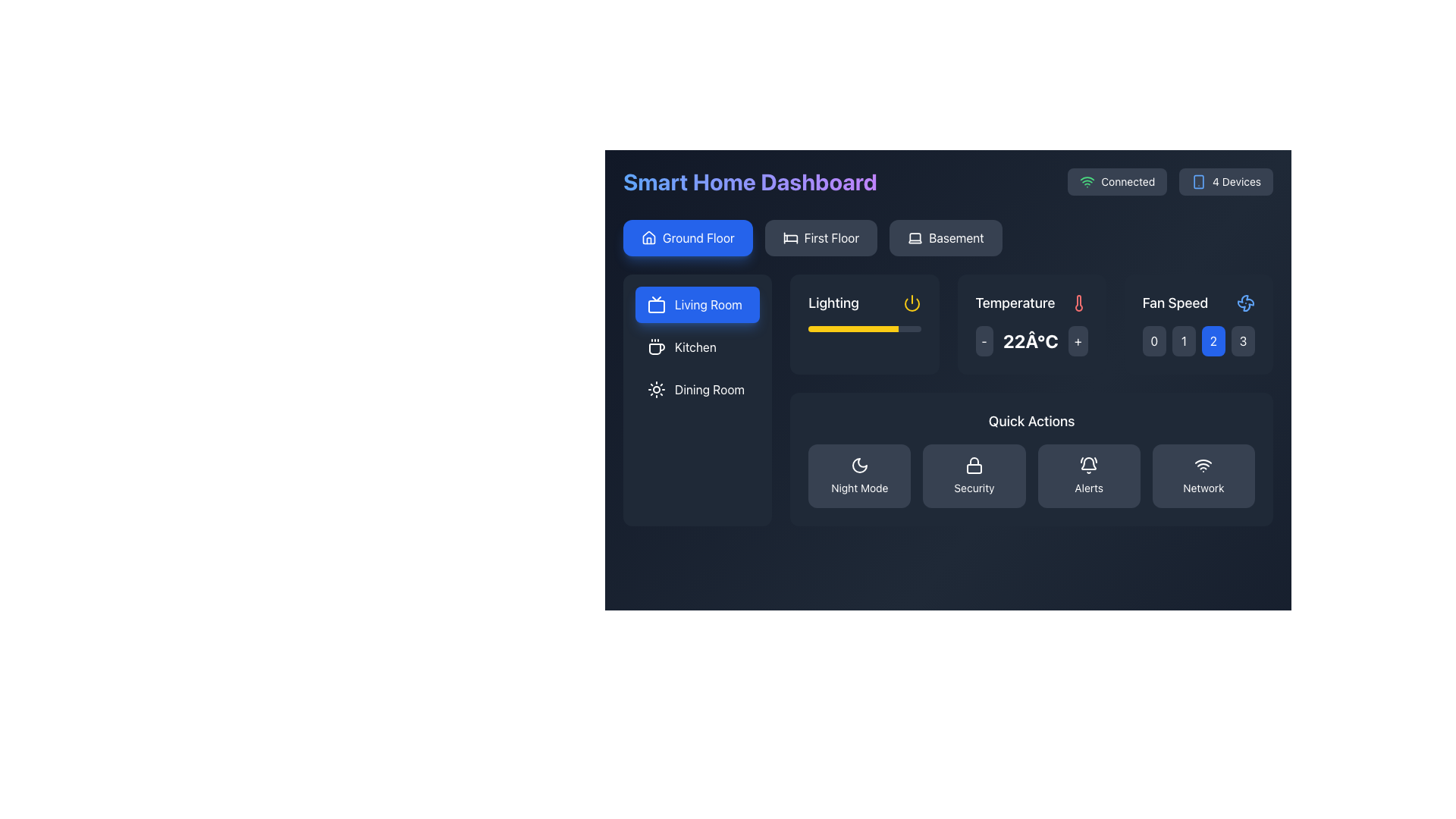 The image size is (1456, 819). I want to click on the sun icon within the 'Dining Room' button on the left-side navigation panel, which symbolizes lighting or ambiance, so click(656, 388).